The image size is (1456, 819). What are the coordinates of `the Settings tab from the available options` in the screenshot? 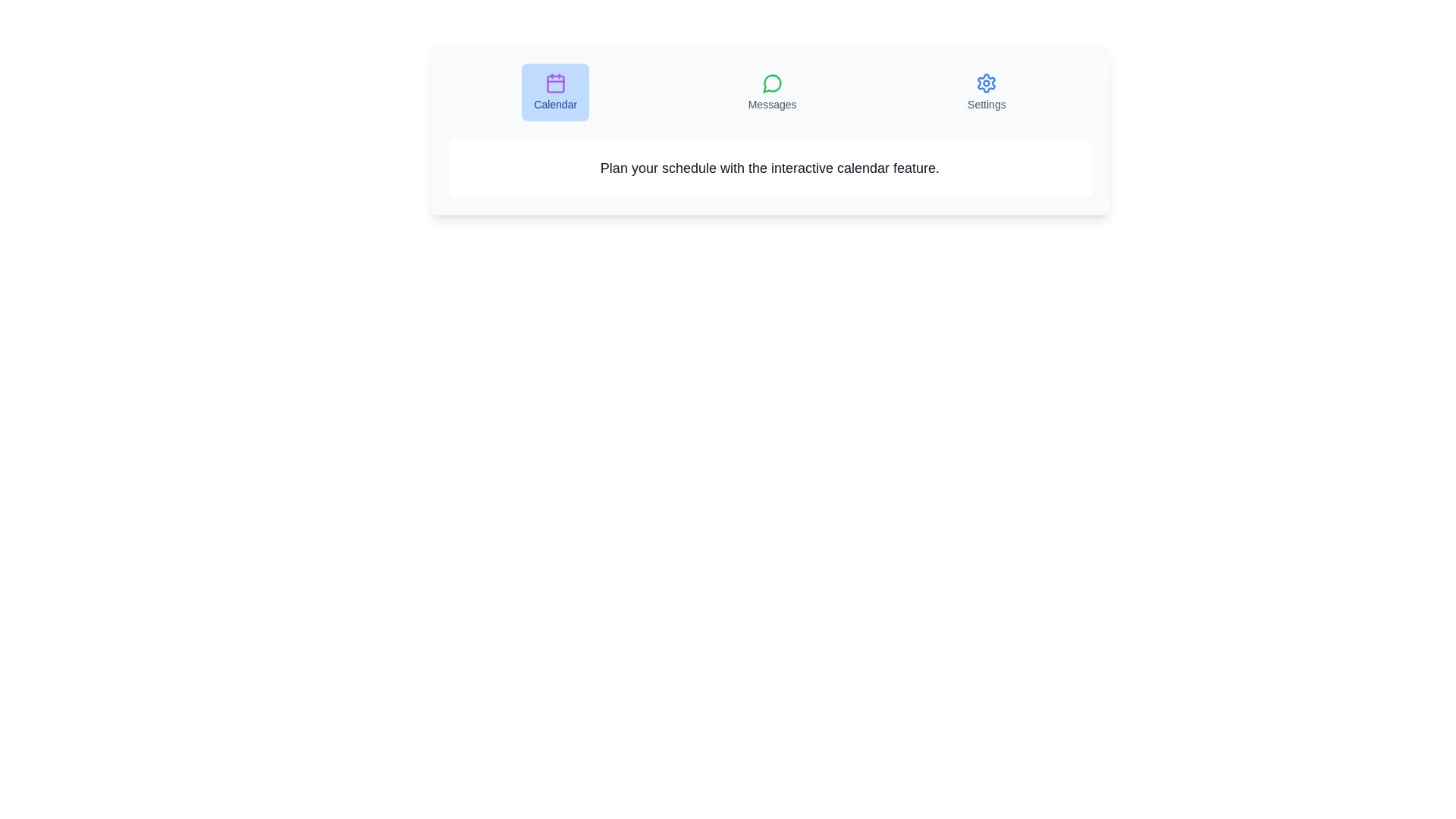 It's located at (986, 93).